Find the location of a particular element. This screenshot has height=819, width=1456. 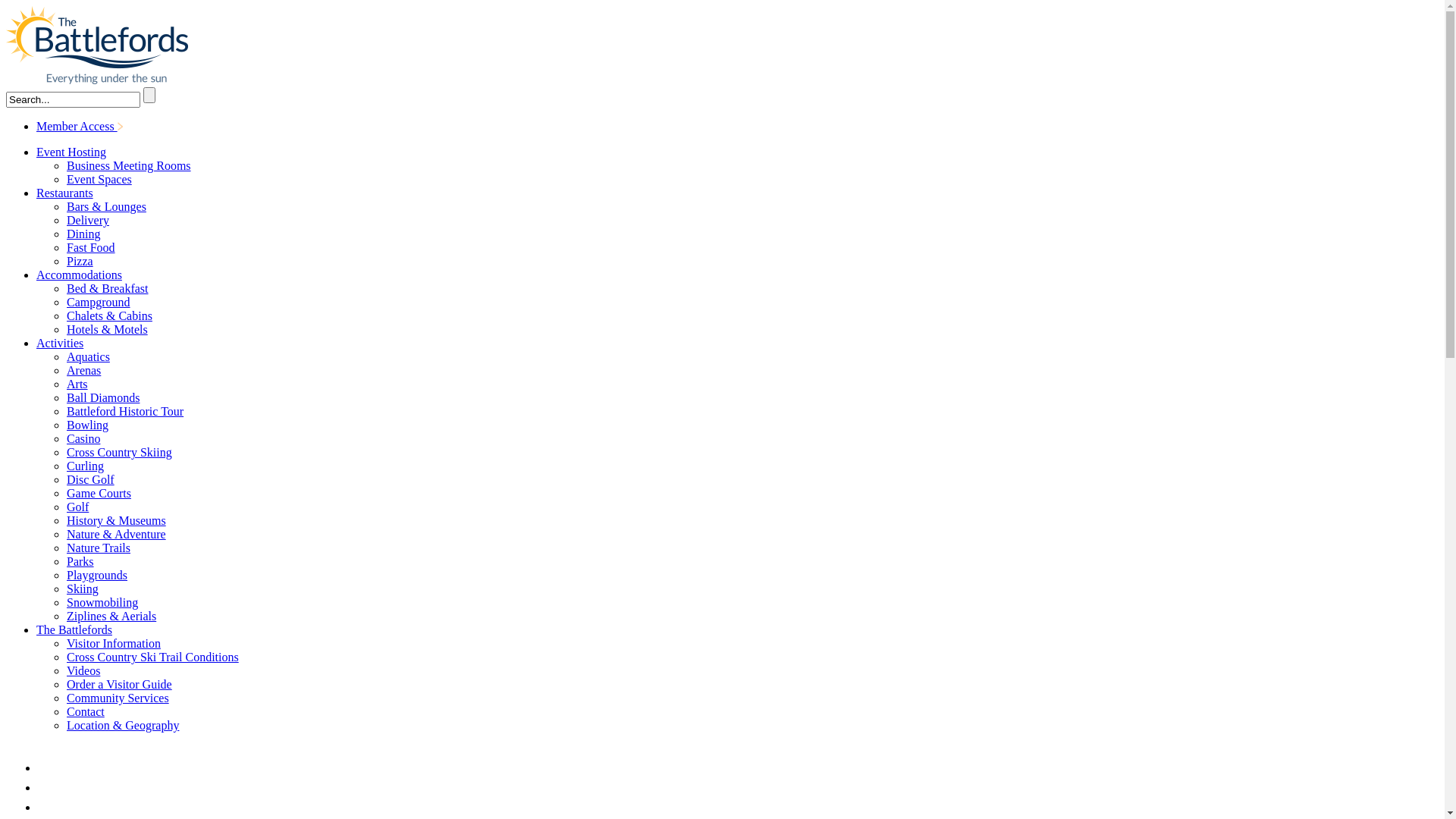

'Ziplines & Aerials' is located at coordinates (111, 616).